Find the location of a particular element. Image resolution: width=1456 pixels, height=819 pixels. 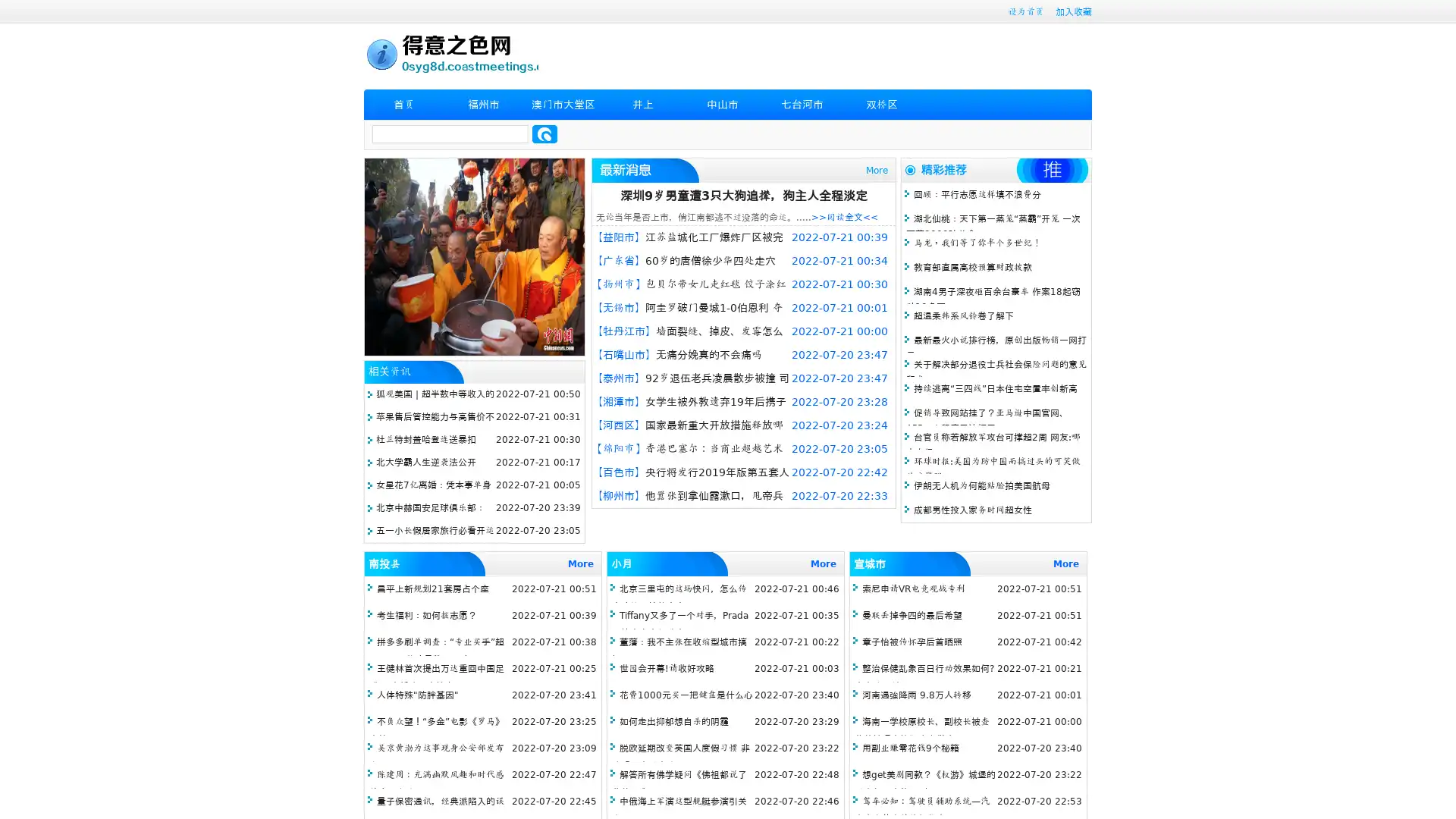

Search is located at coordinates (544, 133).